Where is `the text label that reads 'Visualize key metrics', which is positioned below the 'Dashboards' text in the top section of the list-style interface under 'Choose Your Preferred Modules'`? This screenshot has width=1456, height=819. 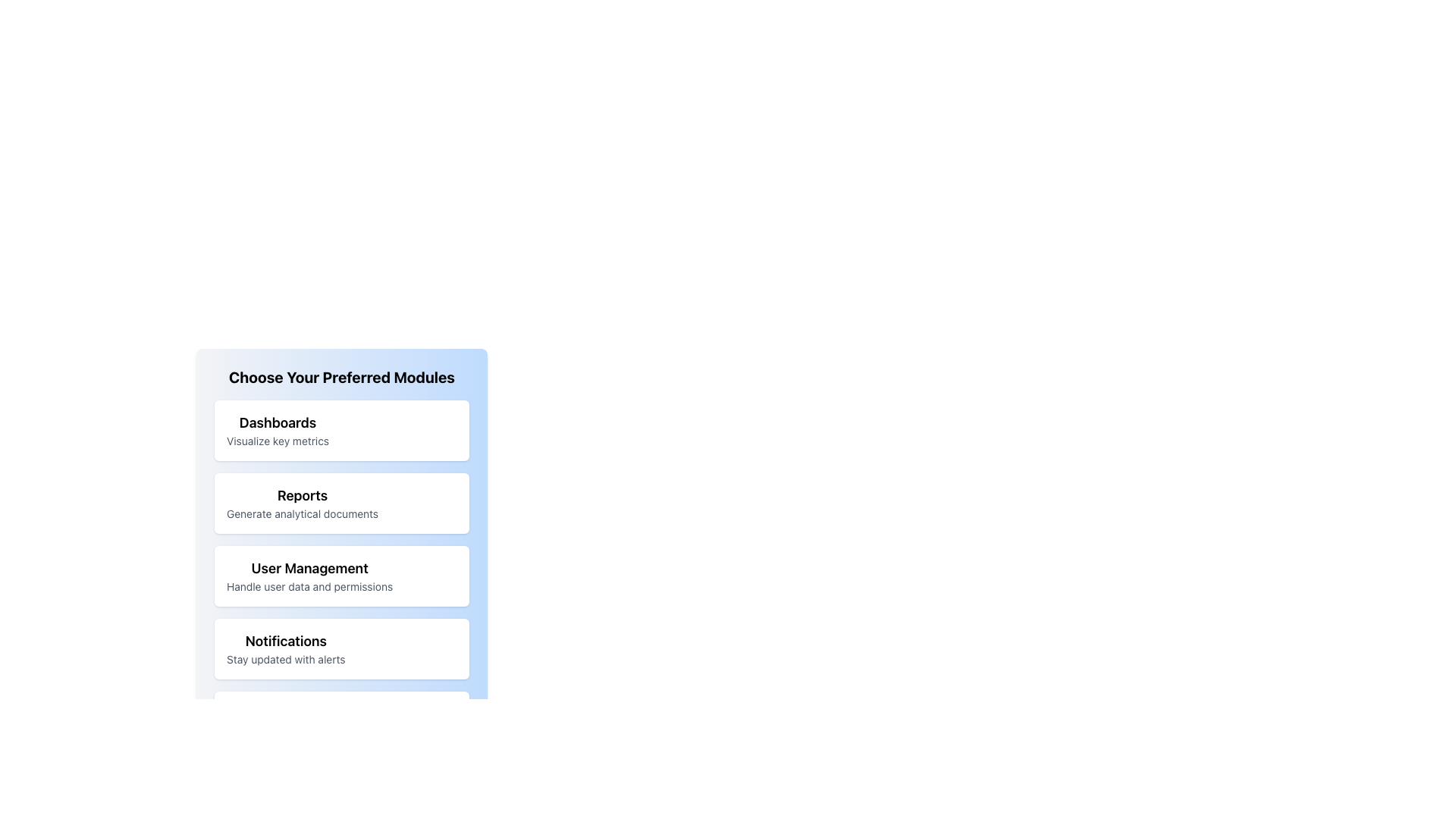 the text label that reads 'Visualize key metrics', which is positioned below the 'Dashboards' text in the top section of the list-style interface under 'Choose Your Preferred Modules' is located at coordinates (278, 441).